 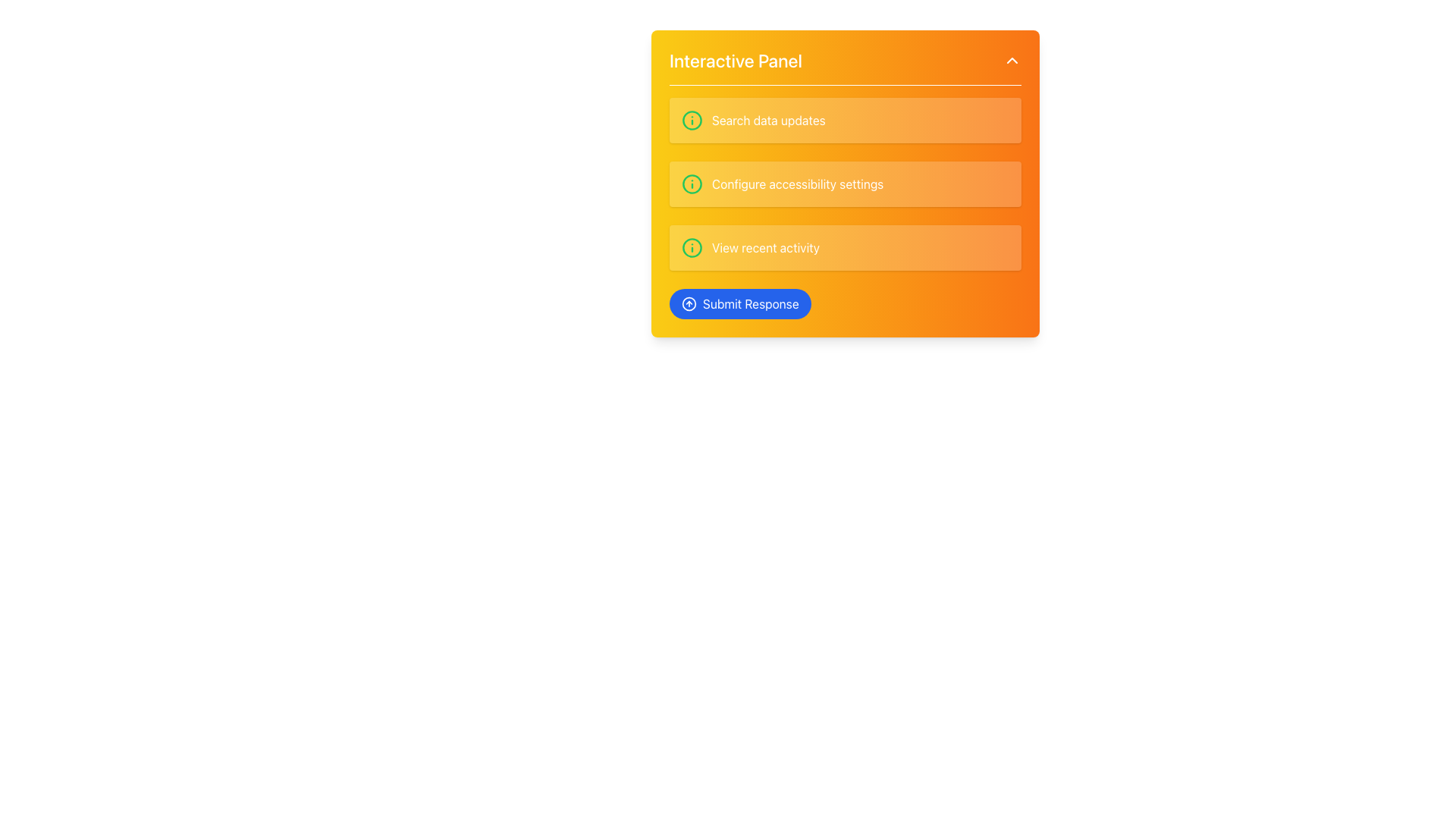 I want to click on the circular icon with a green border and an information symbol, positioned to the left of the text 'Search data updates' in the 'Interactive Panel', so click(x=691, y=119).